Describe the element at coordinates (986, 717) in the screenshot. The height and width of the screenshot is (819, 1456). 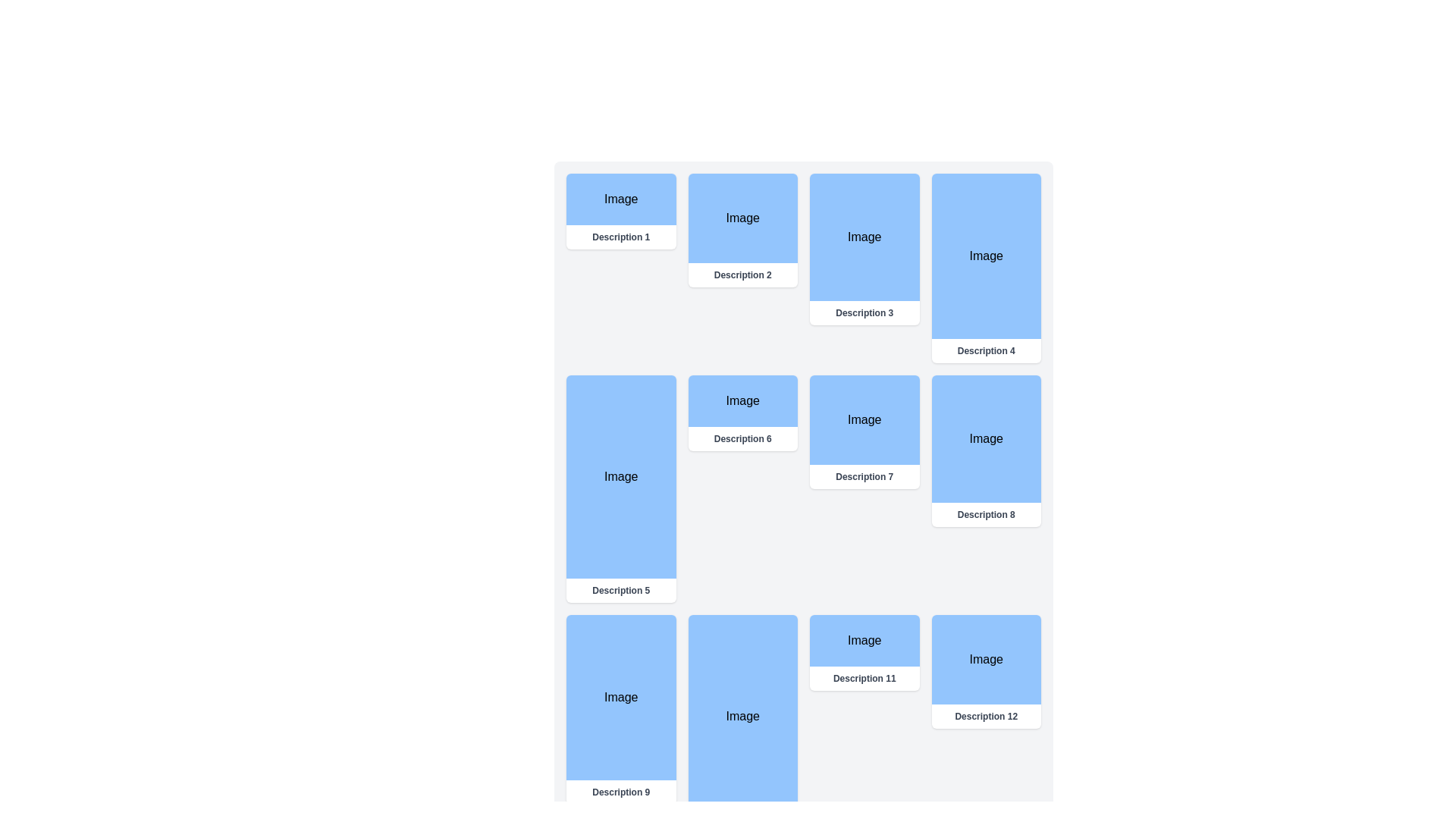
I see `the text label that reads 'Description 12'` at that location.